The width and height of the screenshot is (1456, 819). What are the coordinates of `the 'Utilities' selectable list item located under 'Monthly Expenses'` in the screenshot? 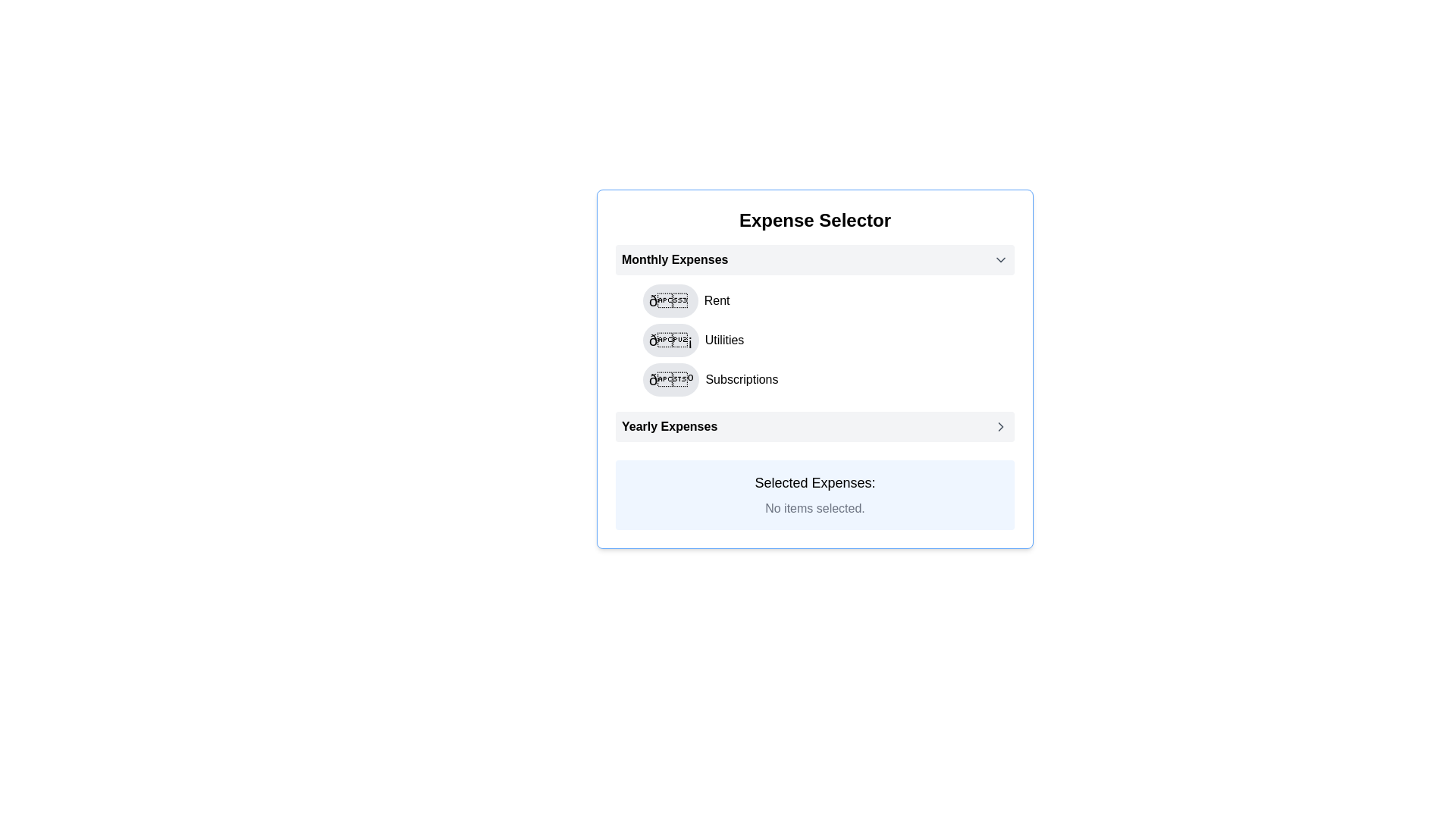 It's located at (826, 339).